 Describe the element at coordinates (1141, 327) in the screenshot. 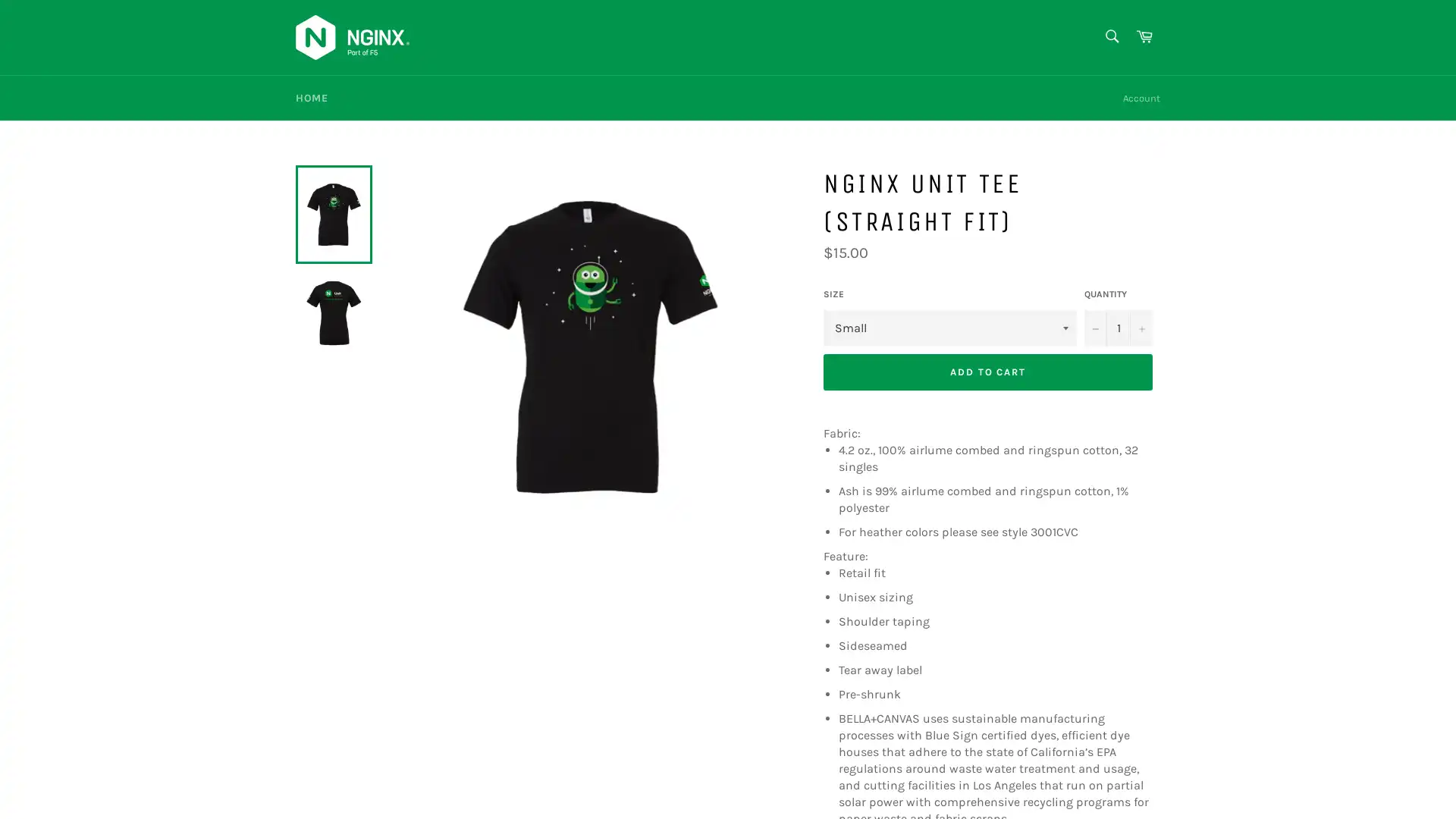

I see `Increase item quantity by one` at that location.